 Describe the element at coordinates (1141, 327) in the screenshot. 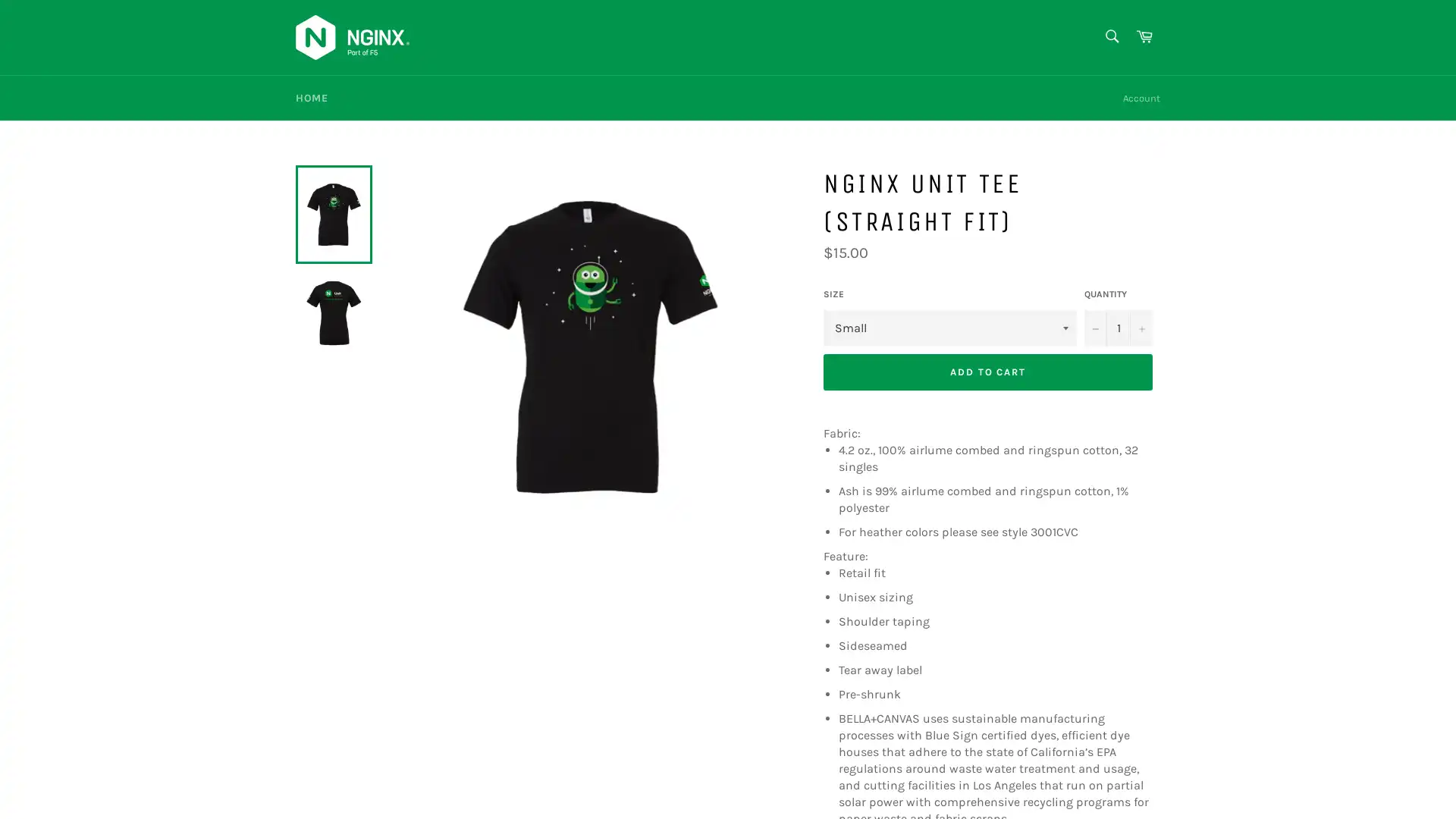

I see `Increase item quantity by one` at that location.